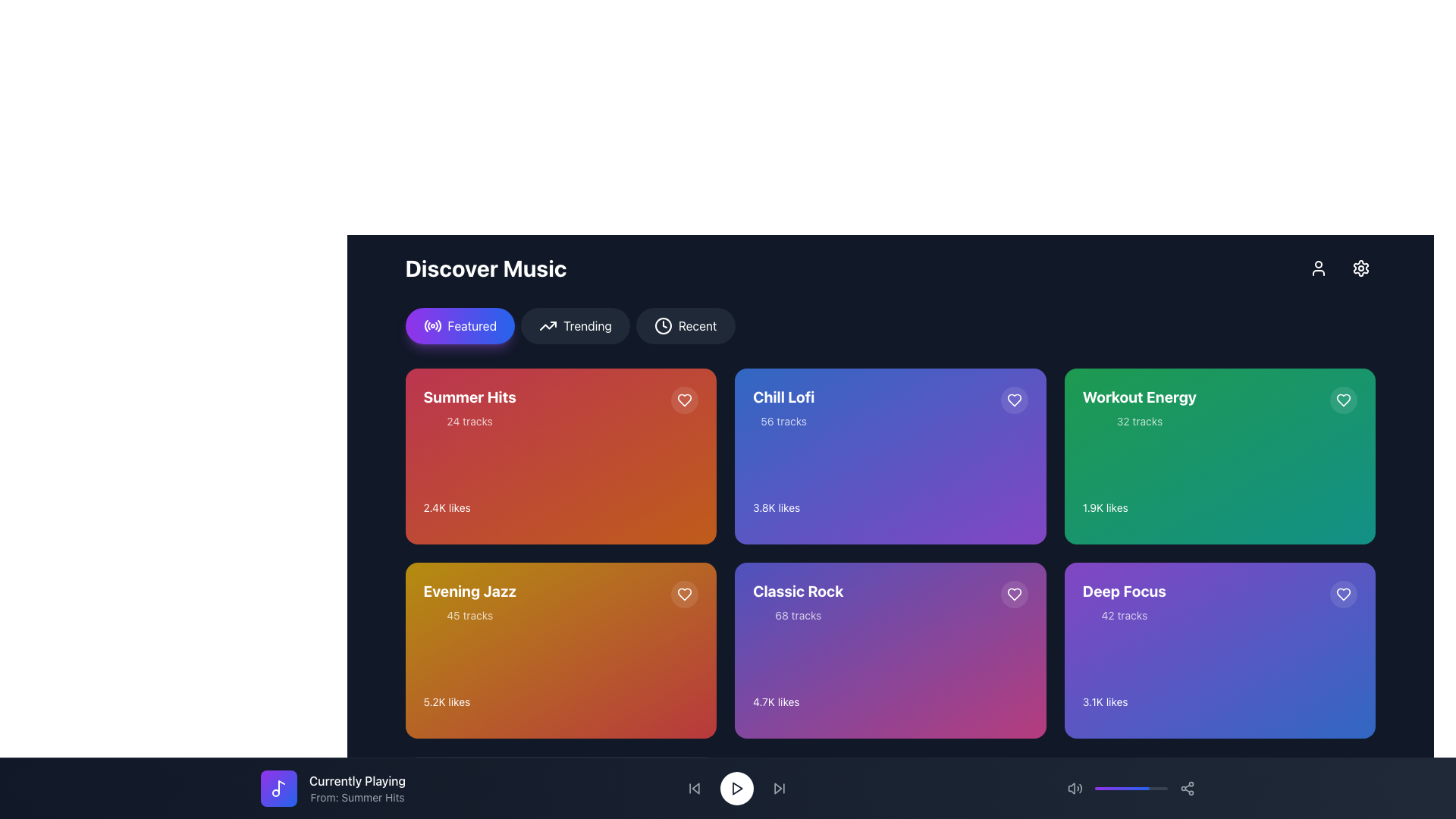 The width and height of the screenshot is (1456, 819). Describe the element at coordinates (469, 397) in the screenshot. I see `the bold text label displaying 'Summer Hits' for accessibility tooltips` at that location.